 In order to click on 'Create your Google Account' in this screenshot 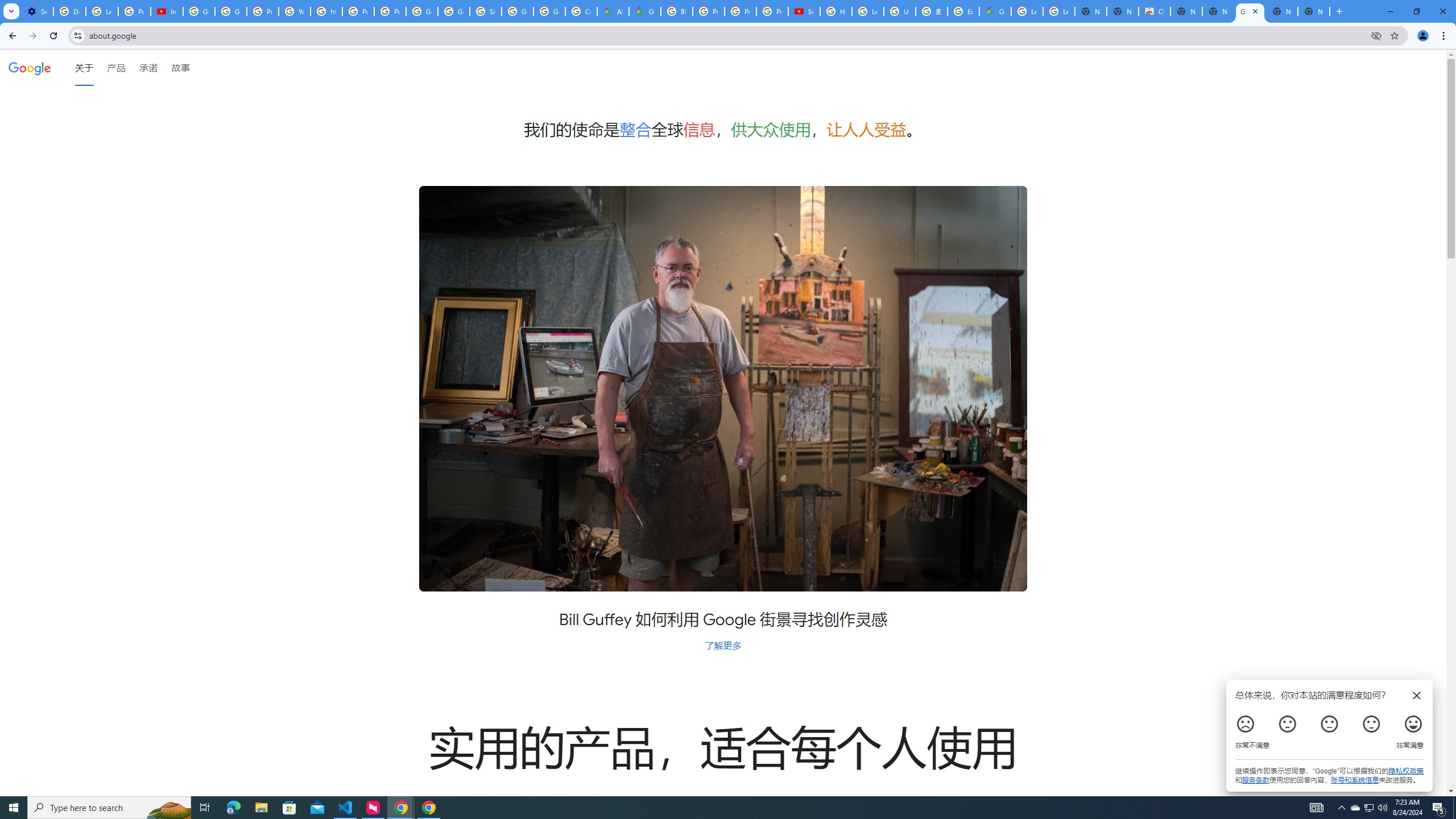, I will do `click(581, 11)`.